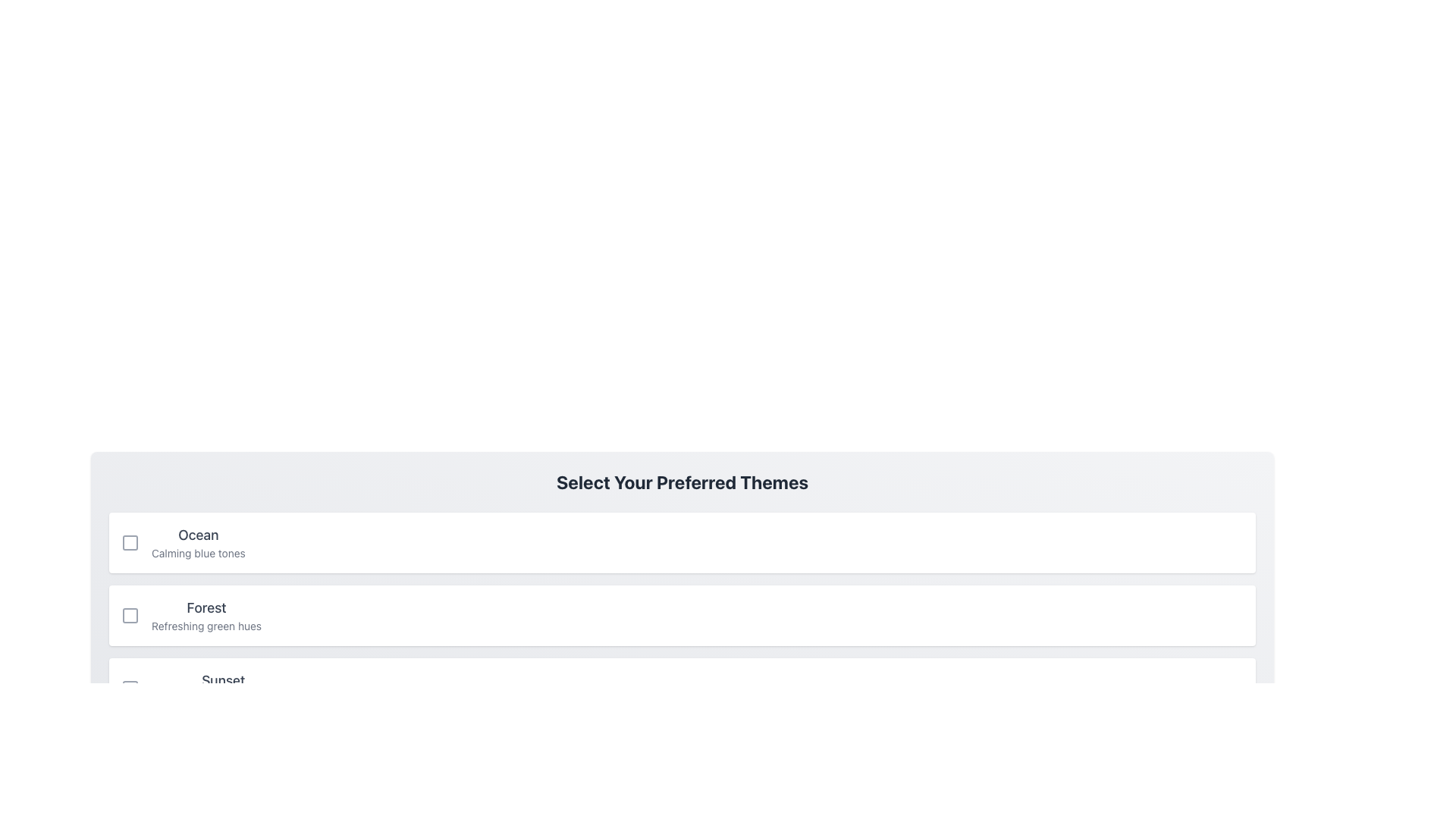  I want to click on the small square icon with rounded corners located to the left of the 'Ocean' theme option in the list of selectable themes, so click(130, 542).